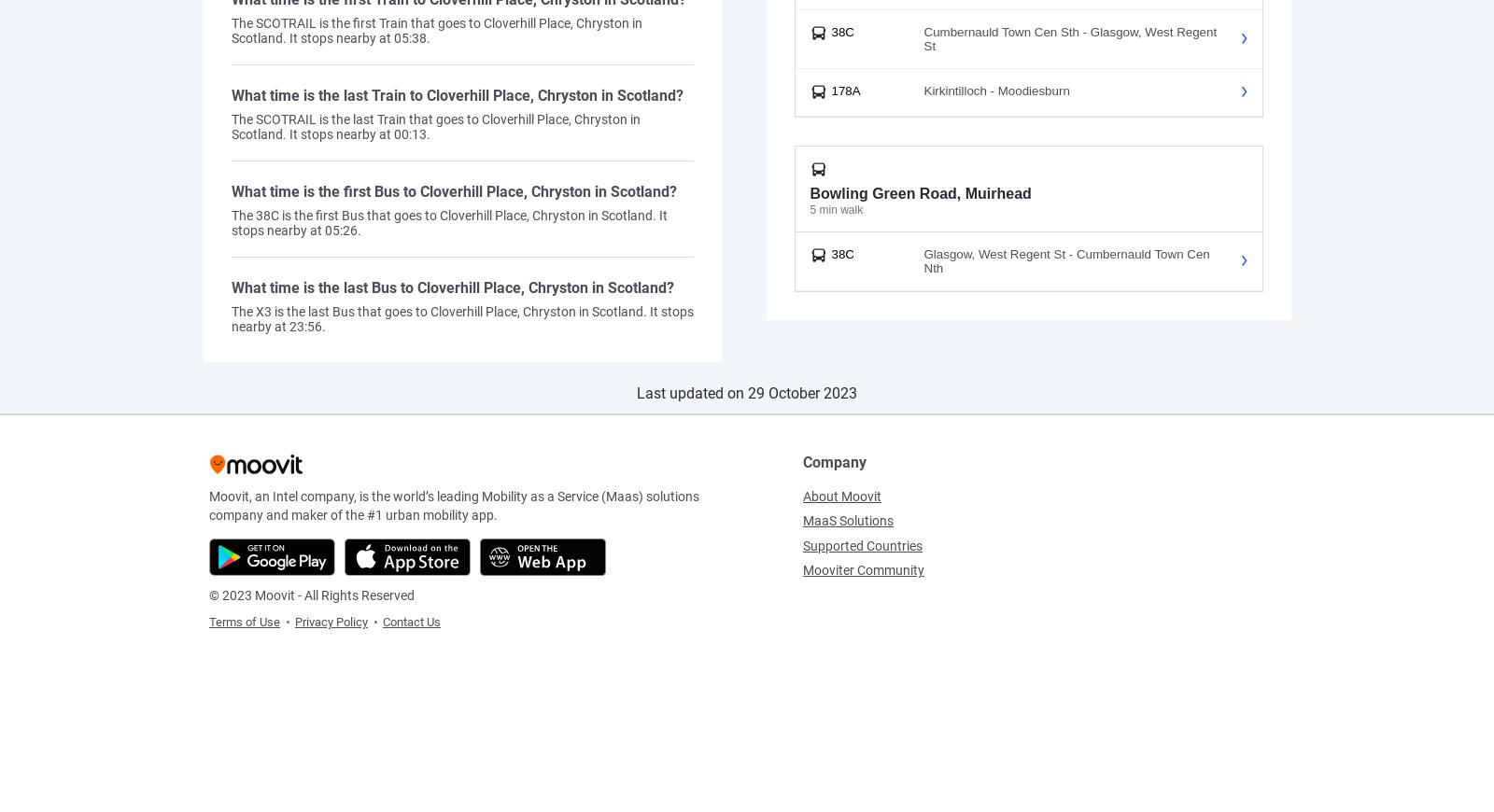 This screenshot has height=812, width=1494. I want to click on 'What time is the last Train to Cloverhill Place, Chryston in Scotland?', so click(231, 93).